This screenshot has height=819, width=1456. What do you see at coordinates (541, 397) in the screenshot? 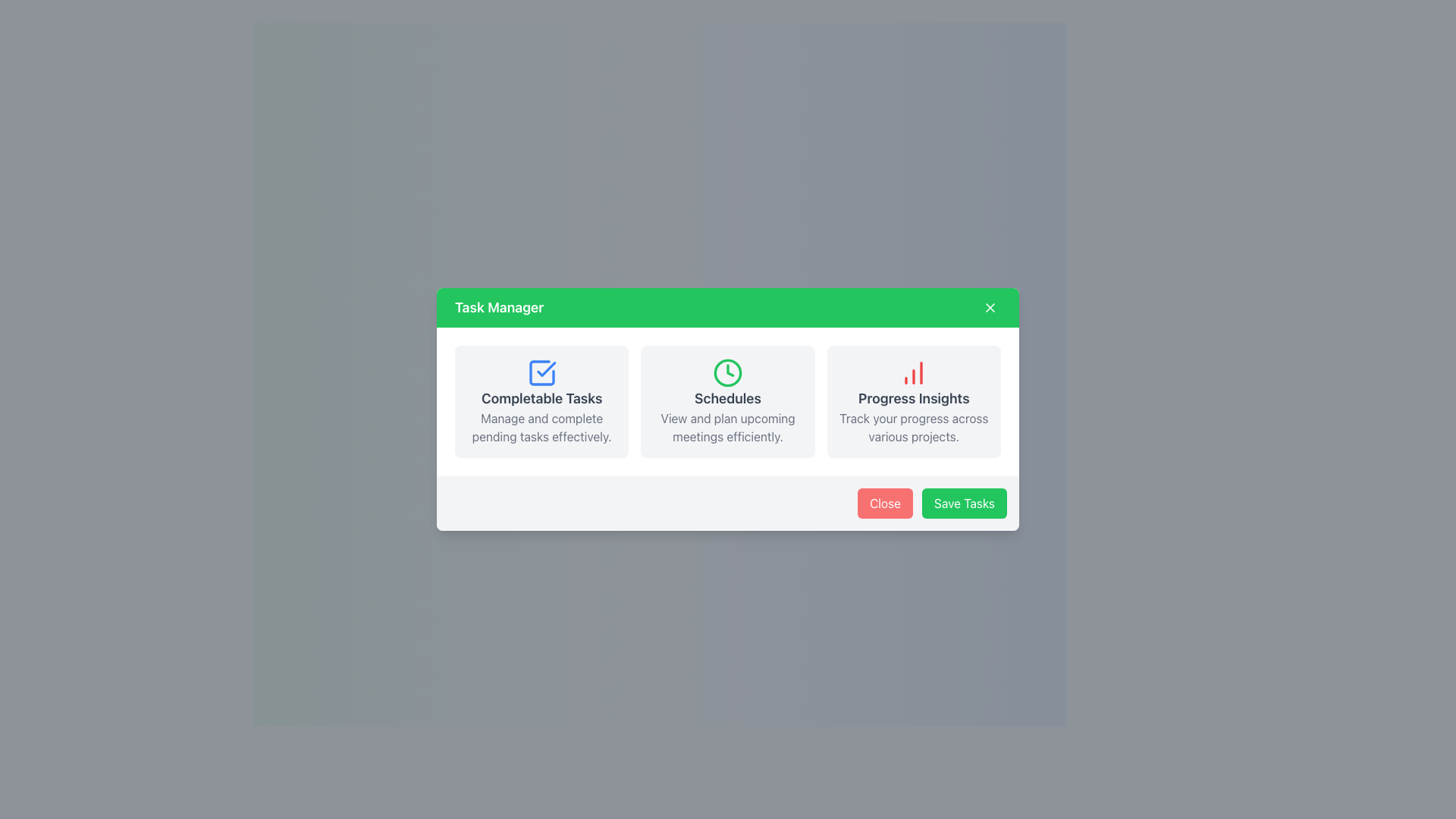
I see `text displayed in the 'Completable Tasks' label, which is bold and gray, positioned centrally beneath the checkmark icon` at bounding box center [541, 397].